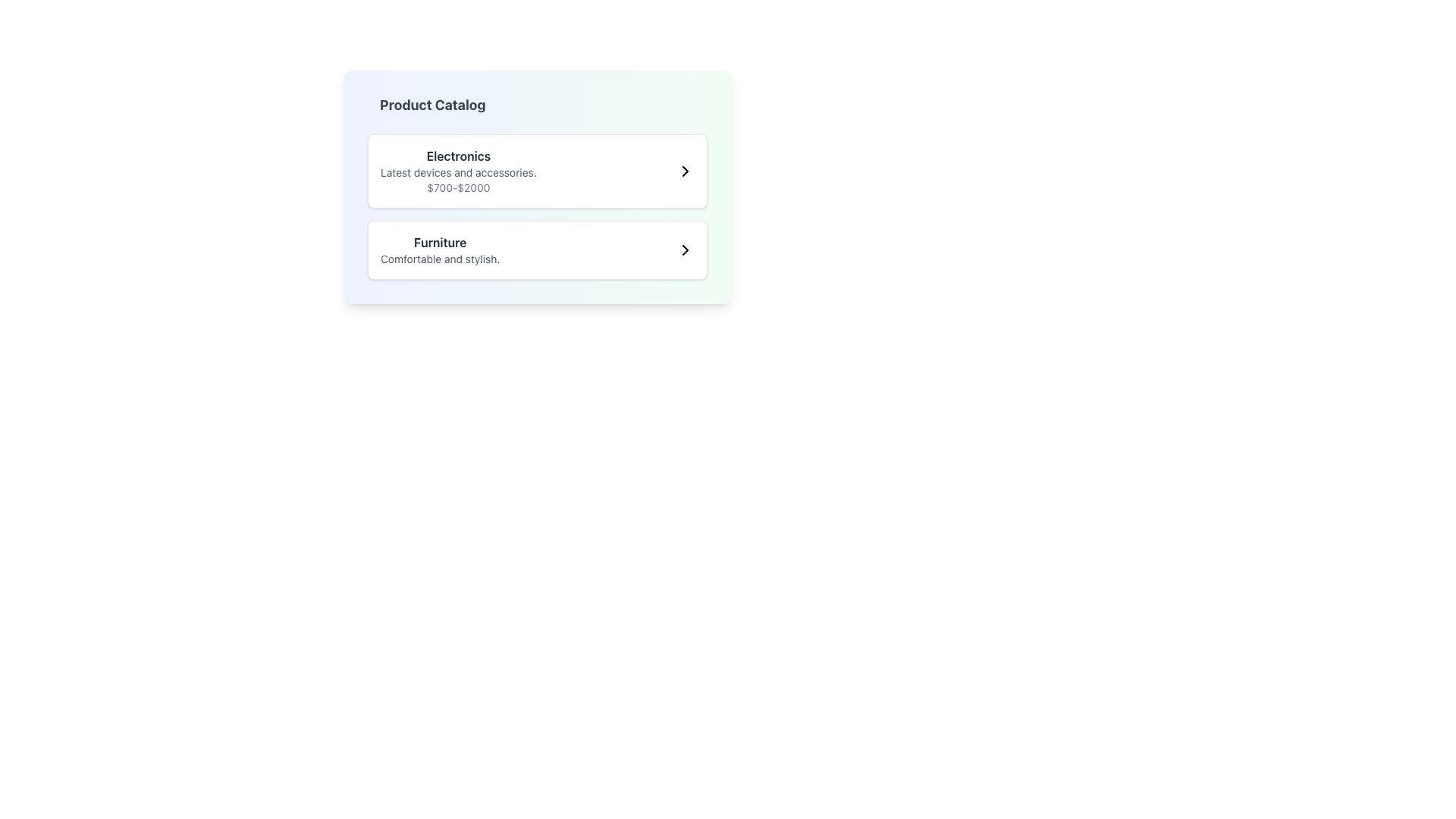 The height and width of the screenshot is (819, 1456). What do you see at coordinates (439, 259) in the screenshot?
I see `the text element that reads 'Comfortable and stylish', which is styled in a smaller gray font and positioned directly below the 'Furniture' title` at bounding box center [439, 259].